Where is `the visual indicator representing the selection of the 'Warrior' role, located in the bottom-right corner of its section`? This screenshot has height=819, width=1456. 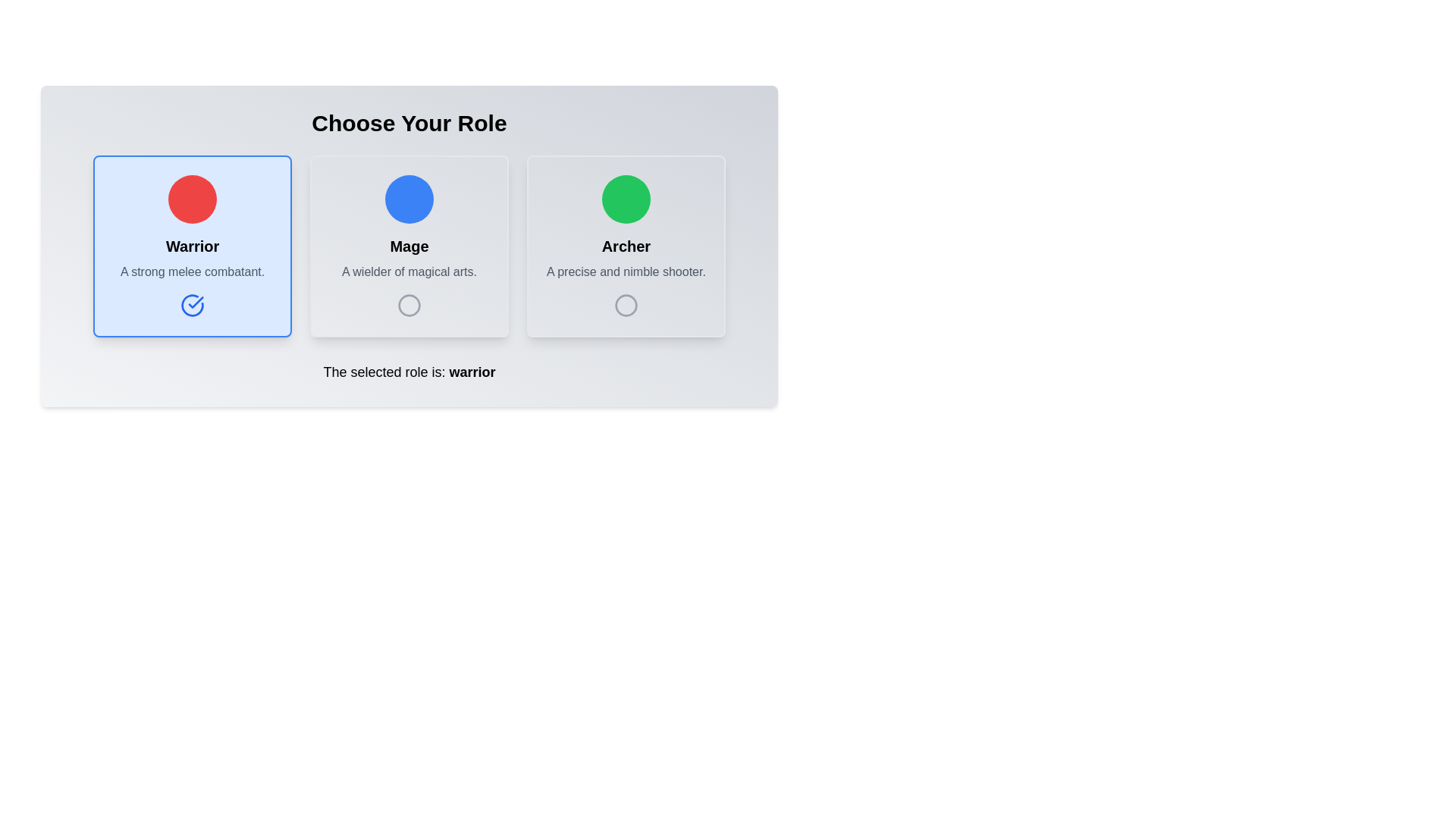 the visual indicator representing the selection of the 'Warrior' role, located in the bottom-right corner of its section is located at coordinates (192, 305).